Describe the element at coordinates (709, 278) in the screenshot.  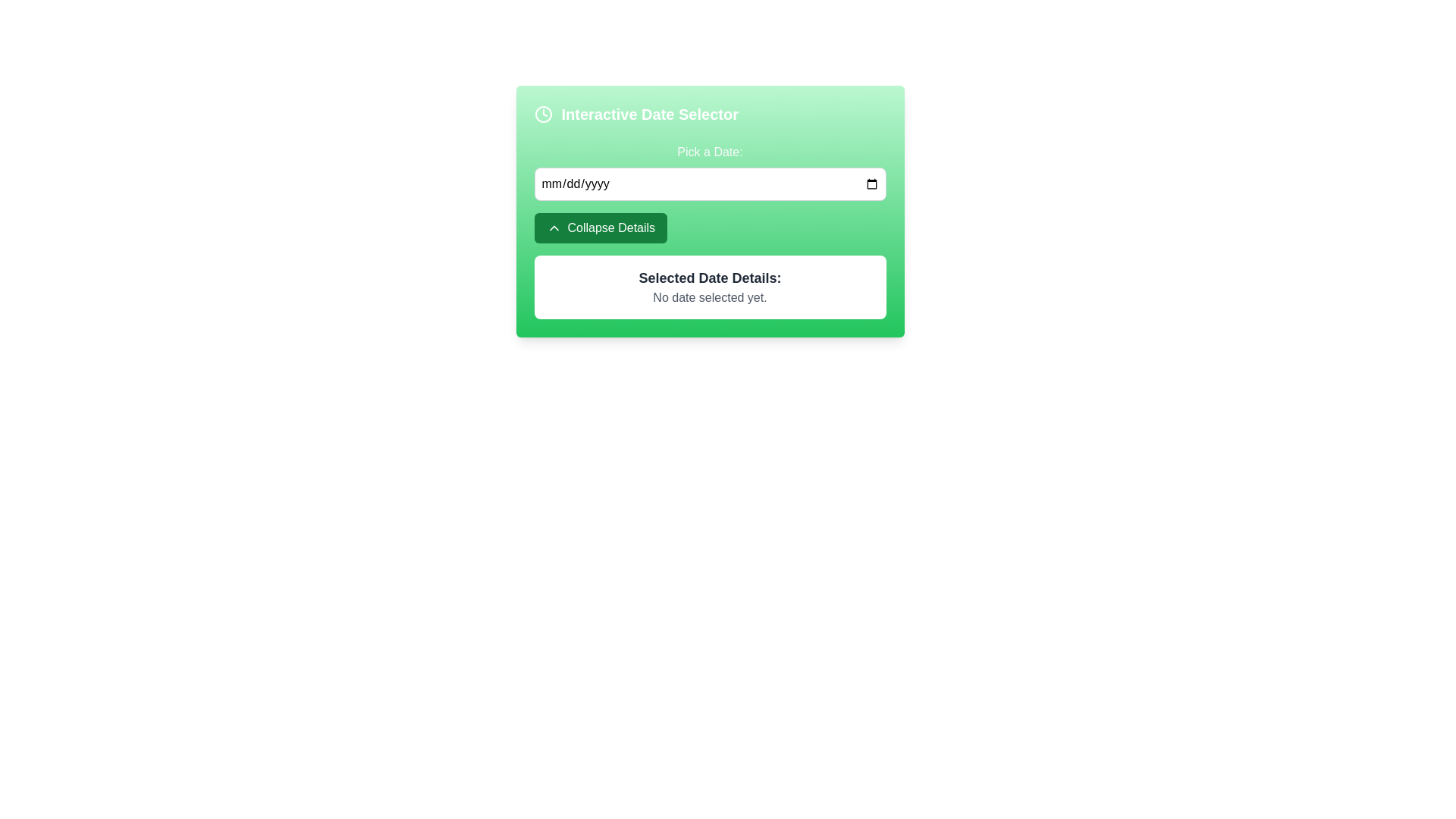
I see `the text label that serves as a heading for the information regarding selected dates, positioned above the 'No date selected yet.' text within a white card-like section on a green background` at that location.